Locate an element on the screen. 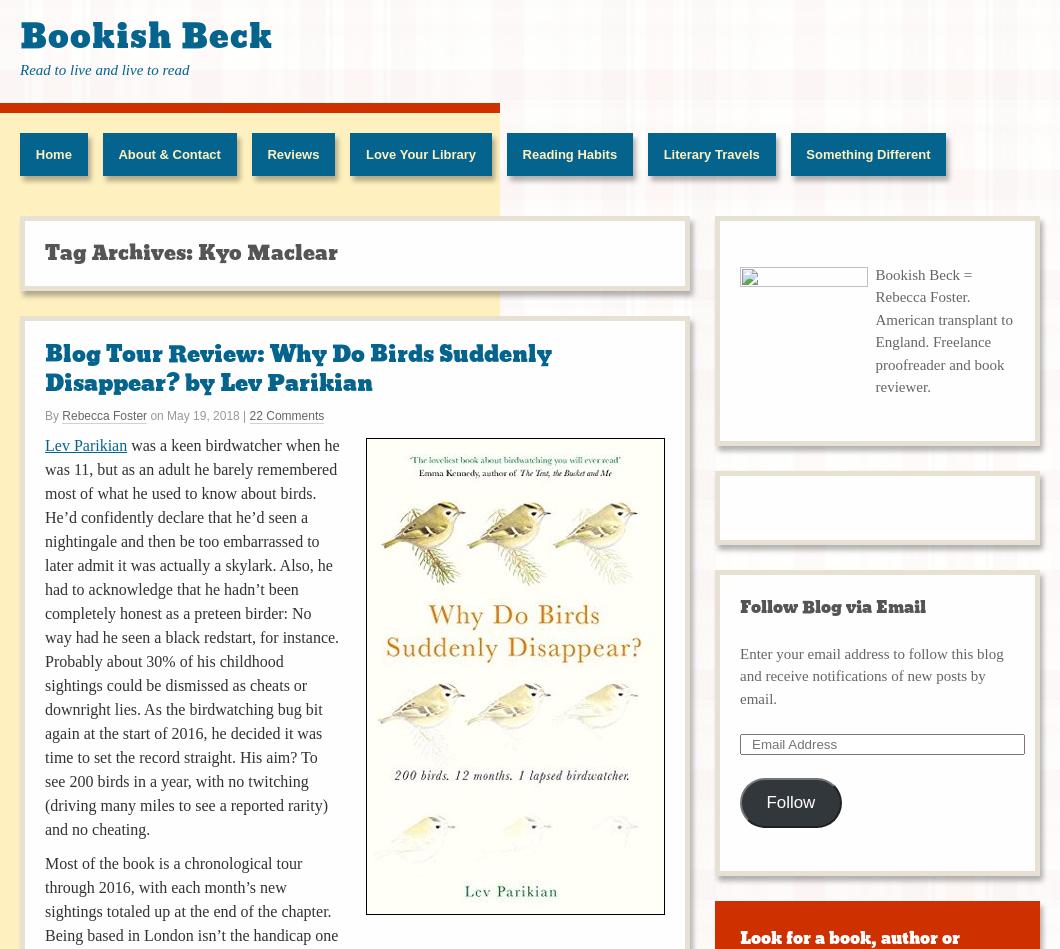 The width and height of the screenshot is (1060, 949). 'Enter your email address to follow this blog and receive notifications of new posts by email.' is located at coordinates (871, 675).